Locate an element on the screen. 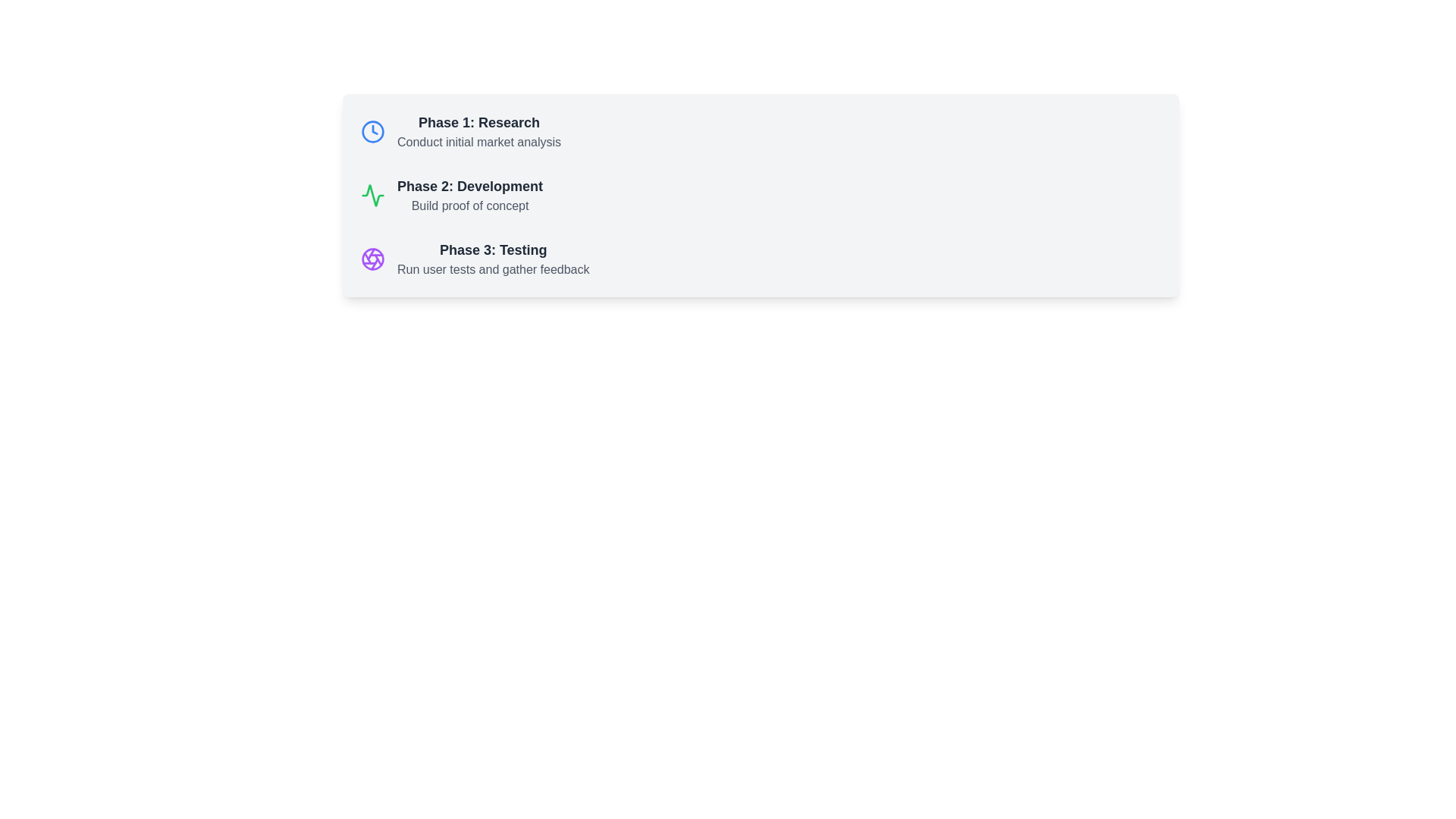  the graphical circle element within the SVG that is part of an illustrative icon located at the bottom of a card-like region is located at coordinates (372, 259).